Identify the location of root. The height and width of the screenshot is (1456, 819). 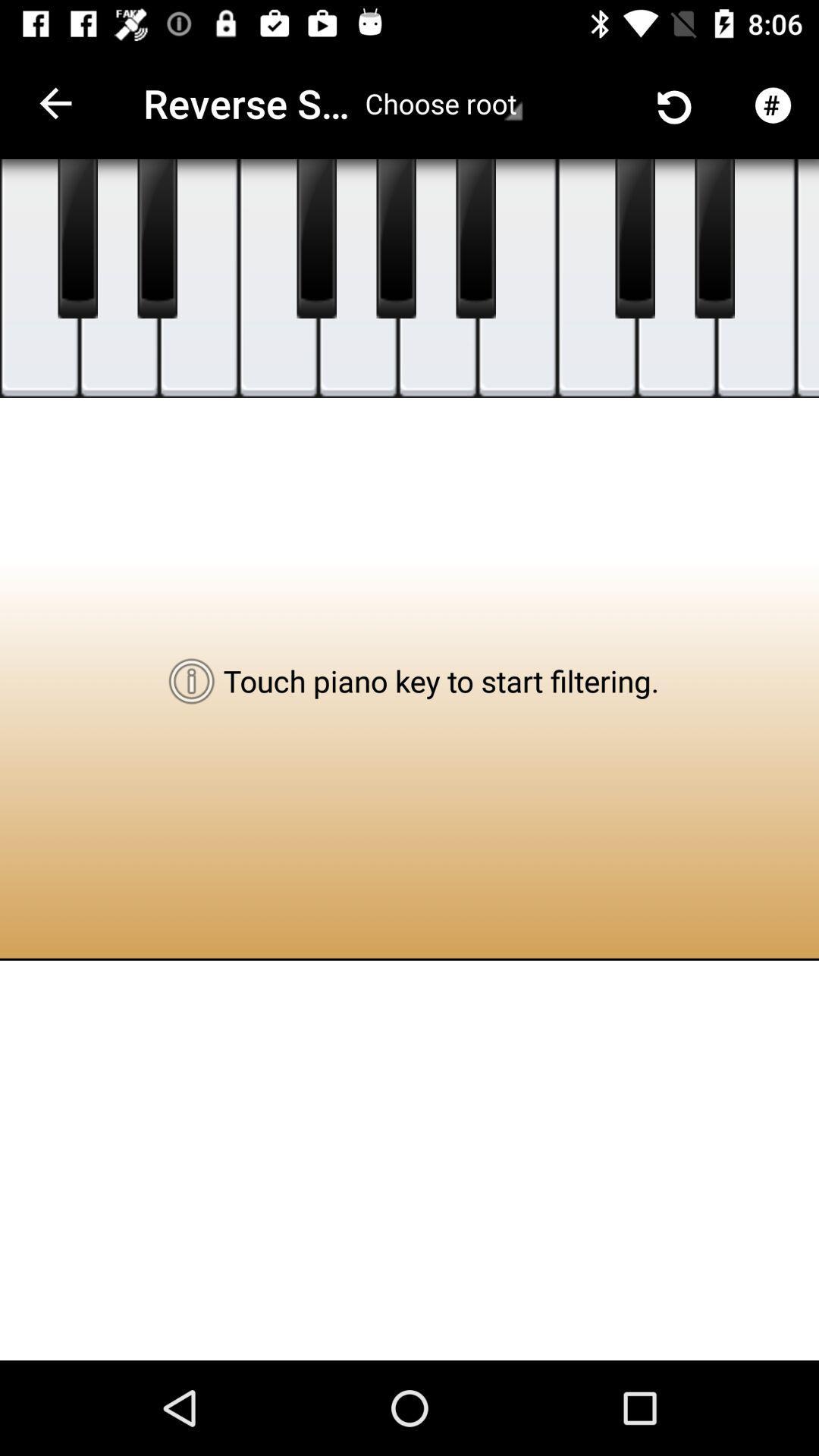
(444, 102).